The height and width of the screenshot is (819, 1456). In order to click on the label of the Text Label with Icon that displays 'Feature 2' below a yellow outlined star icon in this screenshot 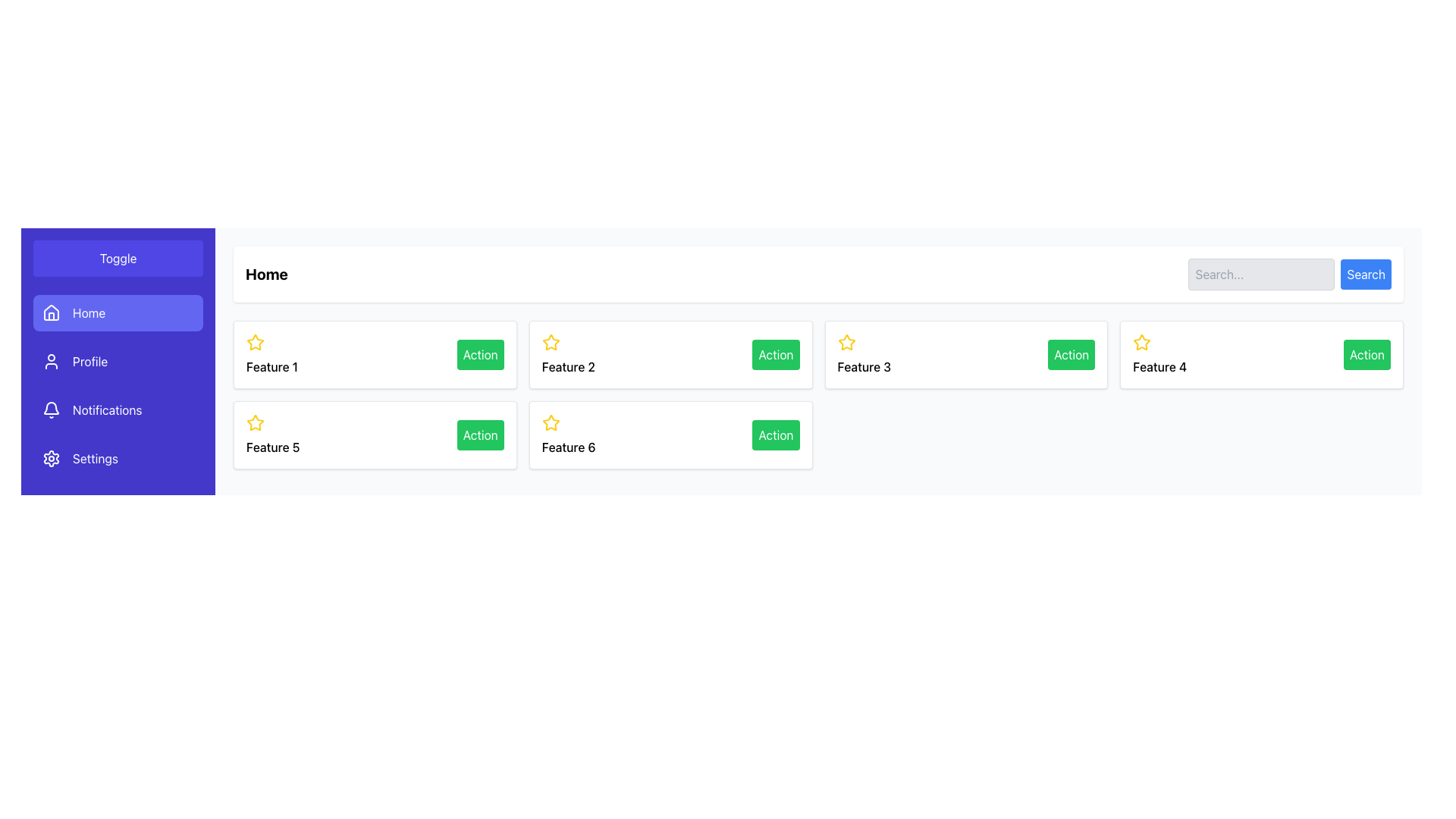, I will do `click(567, 354)`.